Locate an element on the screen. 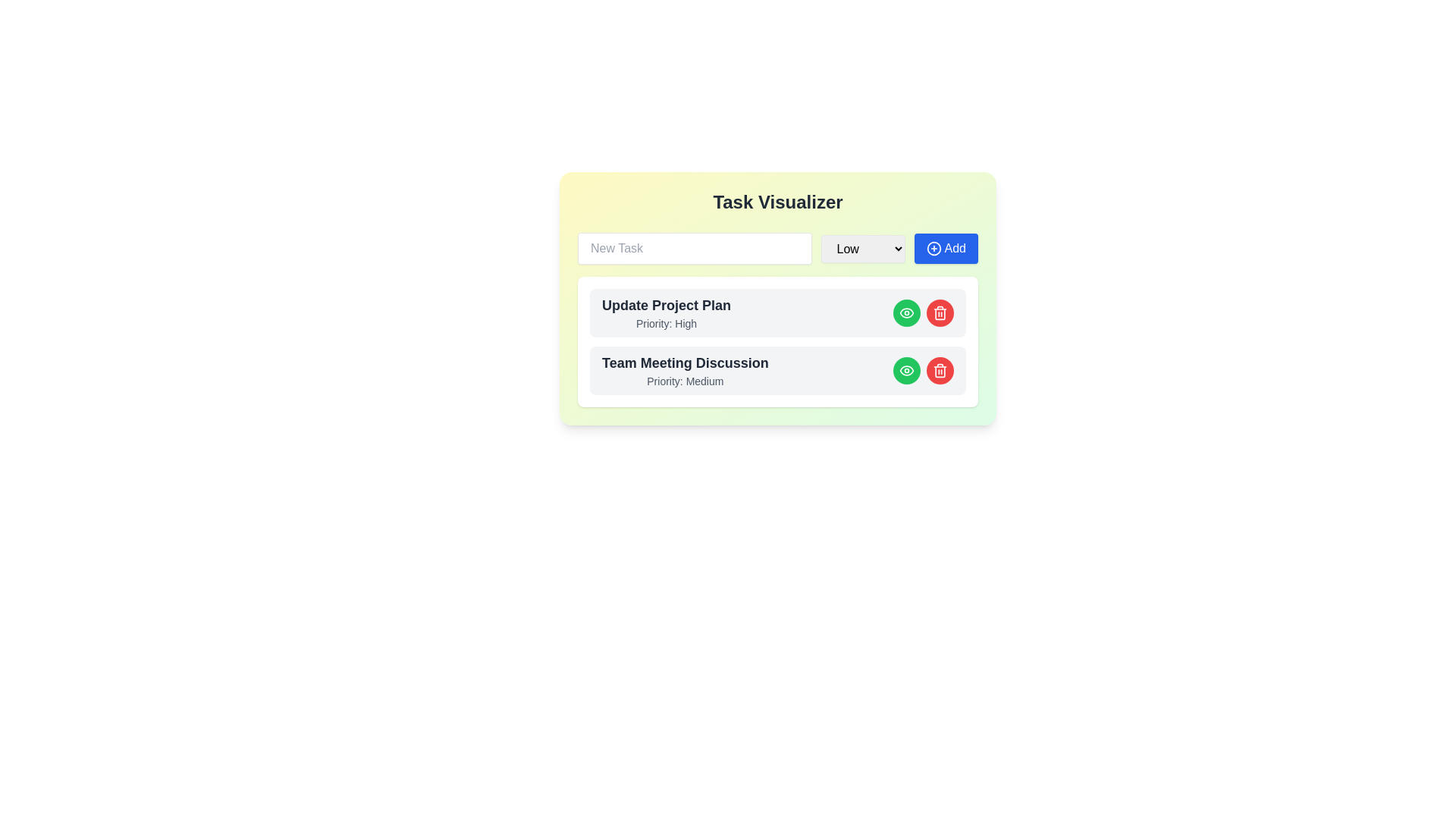 The height and width of the screenshot is (819, 1456). the delete icon button is located at coordinates (939, 312).